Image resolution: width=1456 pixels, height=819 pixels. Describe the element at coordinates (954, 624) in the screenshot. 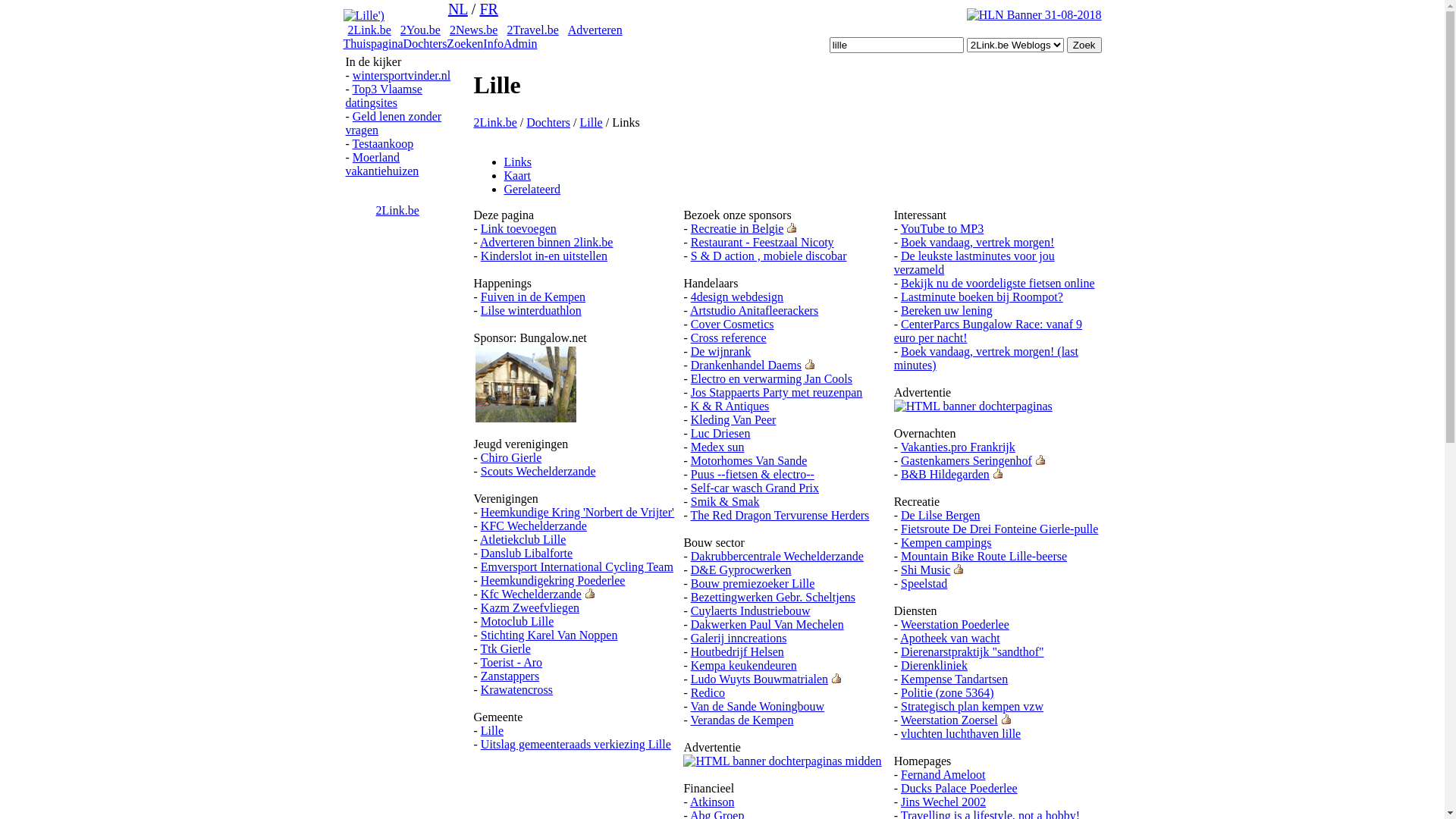

I see `'Weerstation Poederlee'` at that location.